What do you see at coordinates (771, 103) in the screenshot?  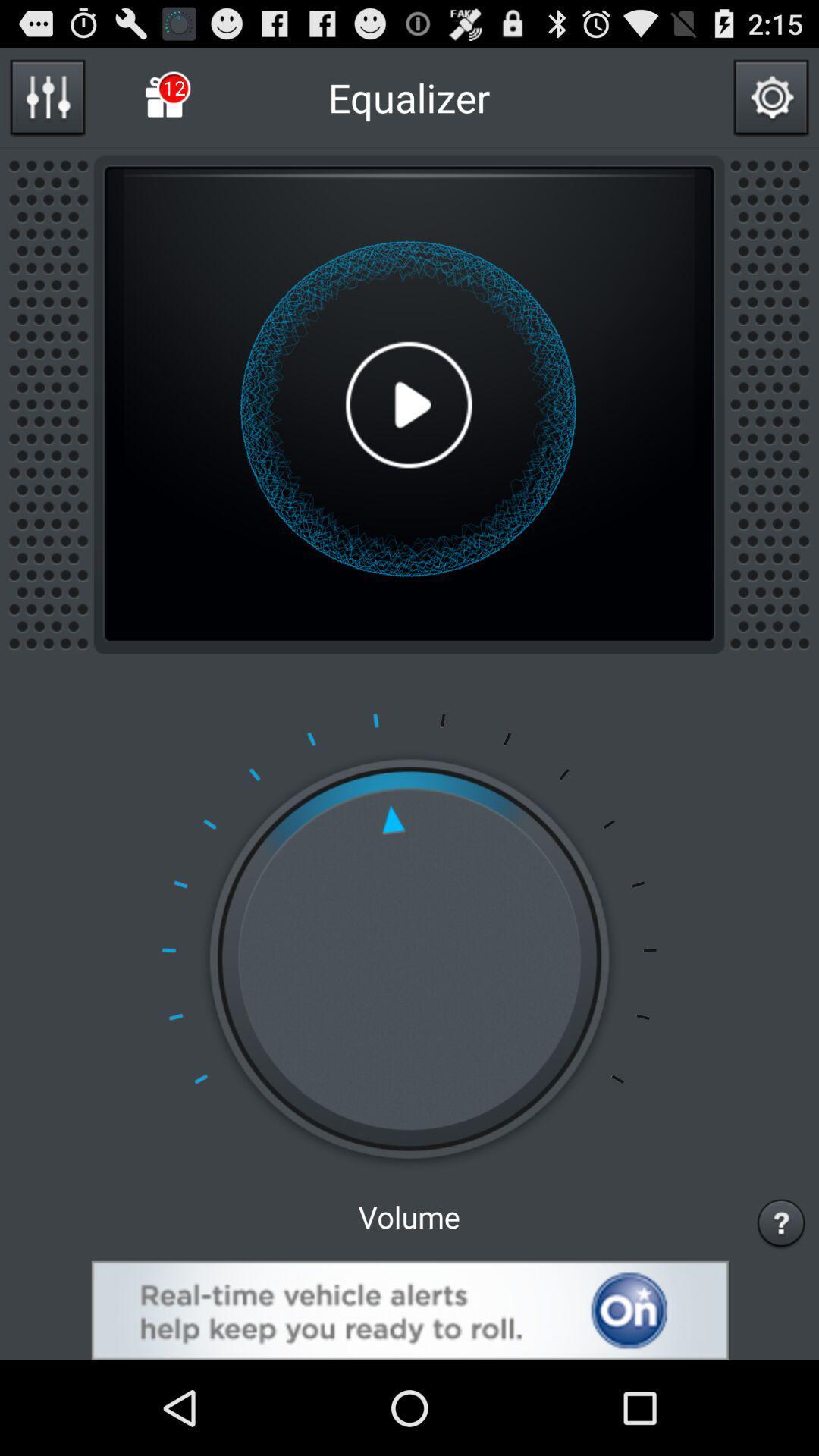 I see `the settings icon` at bounding box center [771, 103].